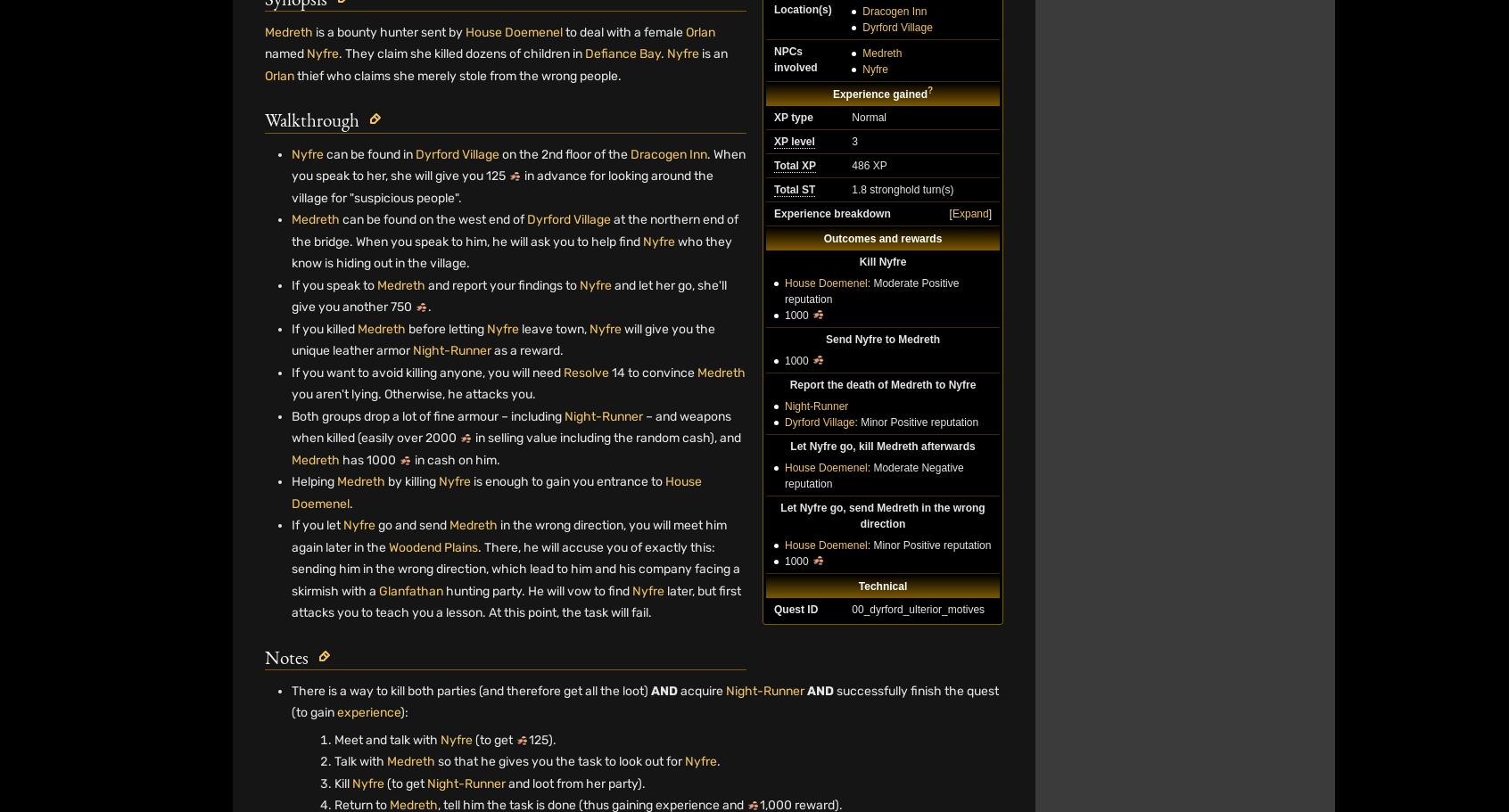 Image resolution: width=1509 pixels, height=812 pixels. What do you see at coordinates (1108, 775) in the screenshot?
I see `'Take your favorite fandoms with you and never miss a beat.'` at bounding box center [1108, 775].